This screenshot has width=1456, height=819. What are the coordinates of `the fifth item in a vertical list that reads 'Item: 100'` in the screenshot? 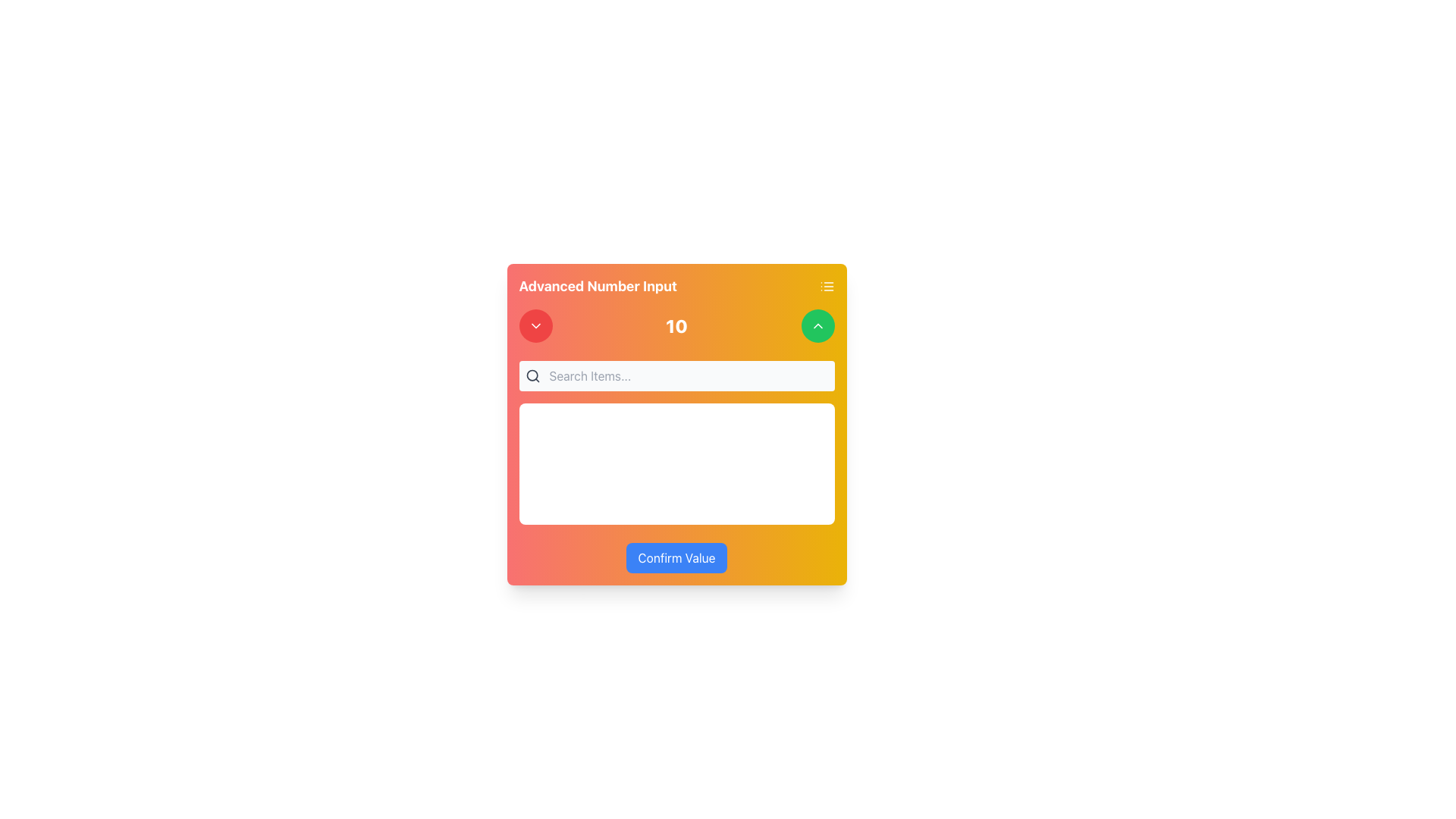 It's located at (676, 539).